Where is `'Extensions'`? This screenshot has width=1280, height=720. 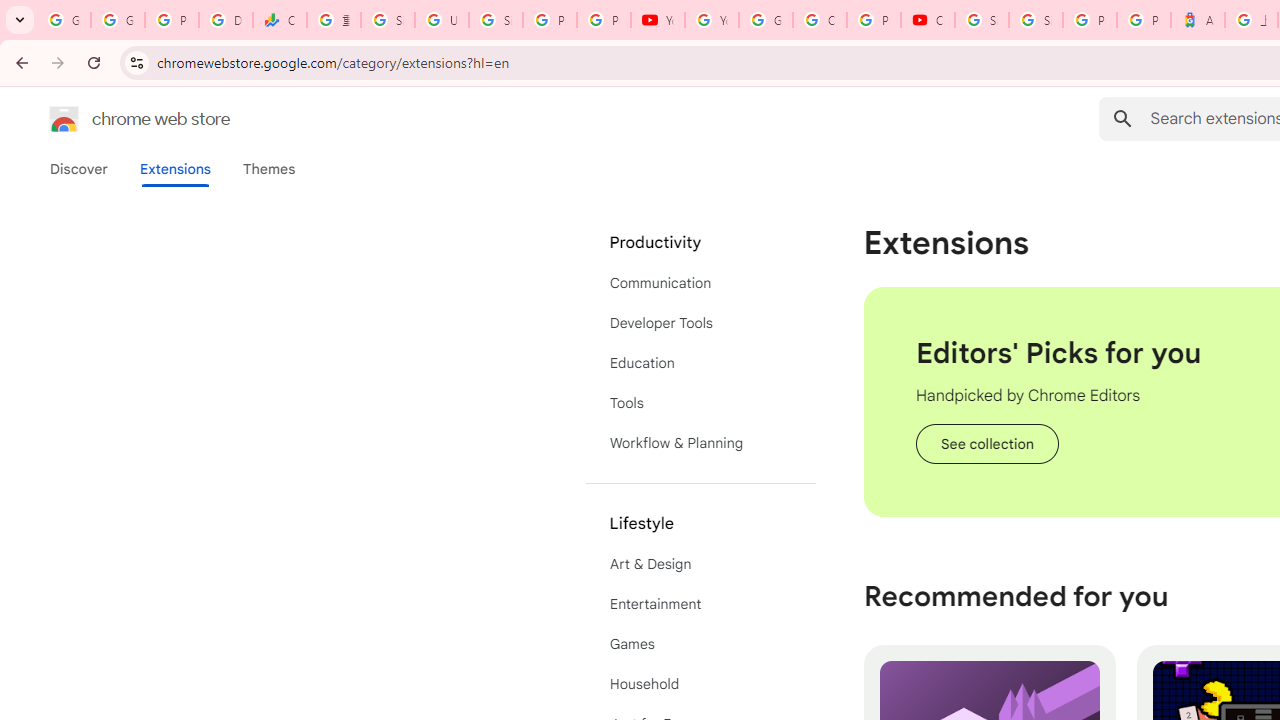 'Extensions' is located at coordinates (174, 168).